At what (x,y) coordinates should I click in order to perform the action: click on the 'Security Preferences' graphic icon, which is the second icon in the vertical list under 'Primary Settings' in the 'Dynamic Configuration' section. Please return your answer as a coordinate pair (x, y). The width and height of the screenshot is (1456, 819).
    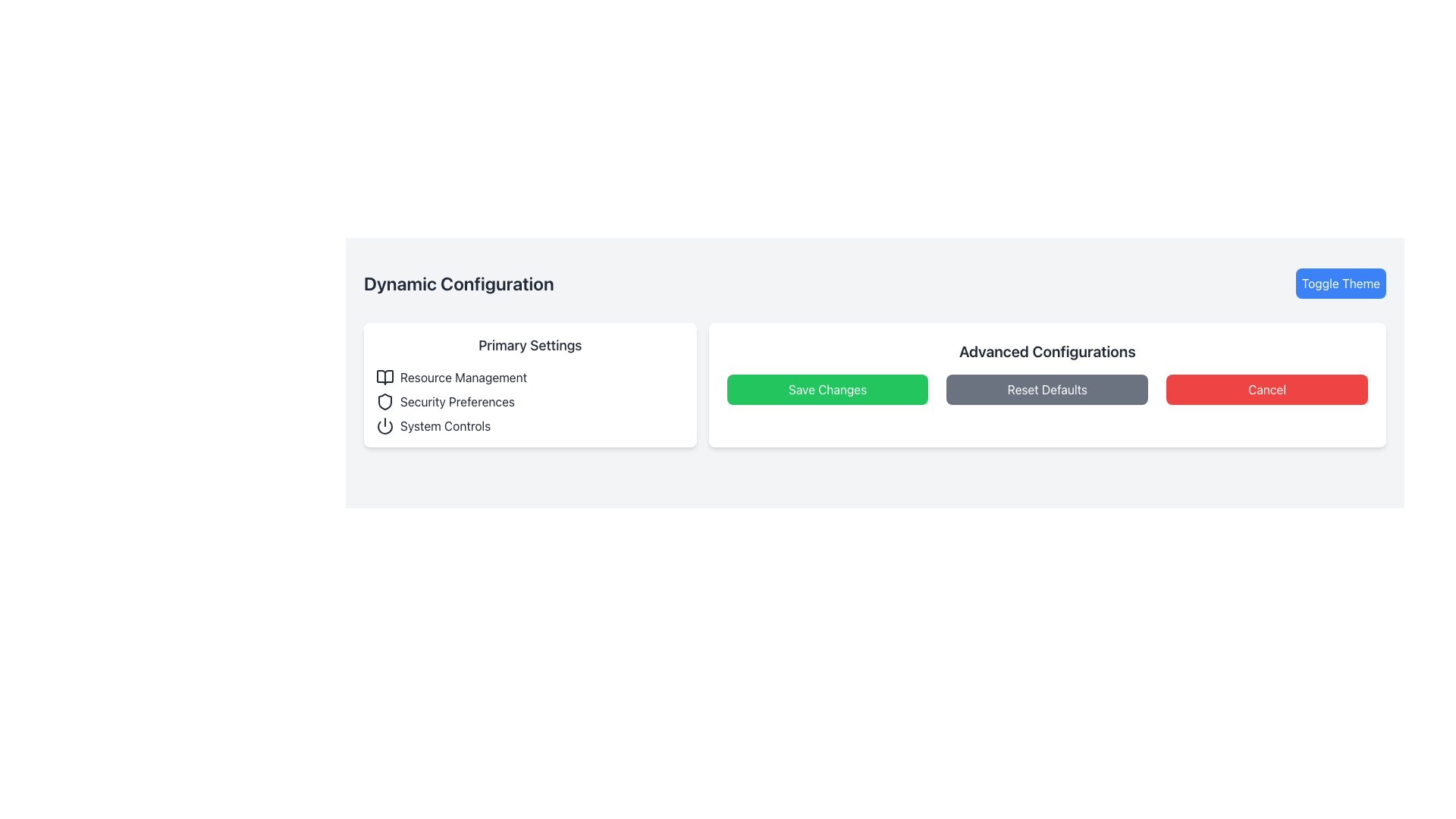
    Looking at the image, I should click on (385, 400).